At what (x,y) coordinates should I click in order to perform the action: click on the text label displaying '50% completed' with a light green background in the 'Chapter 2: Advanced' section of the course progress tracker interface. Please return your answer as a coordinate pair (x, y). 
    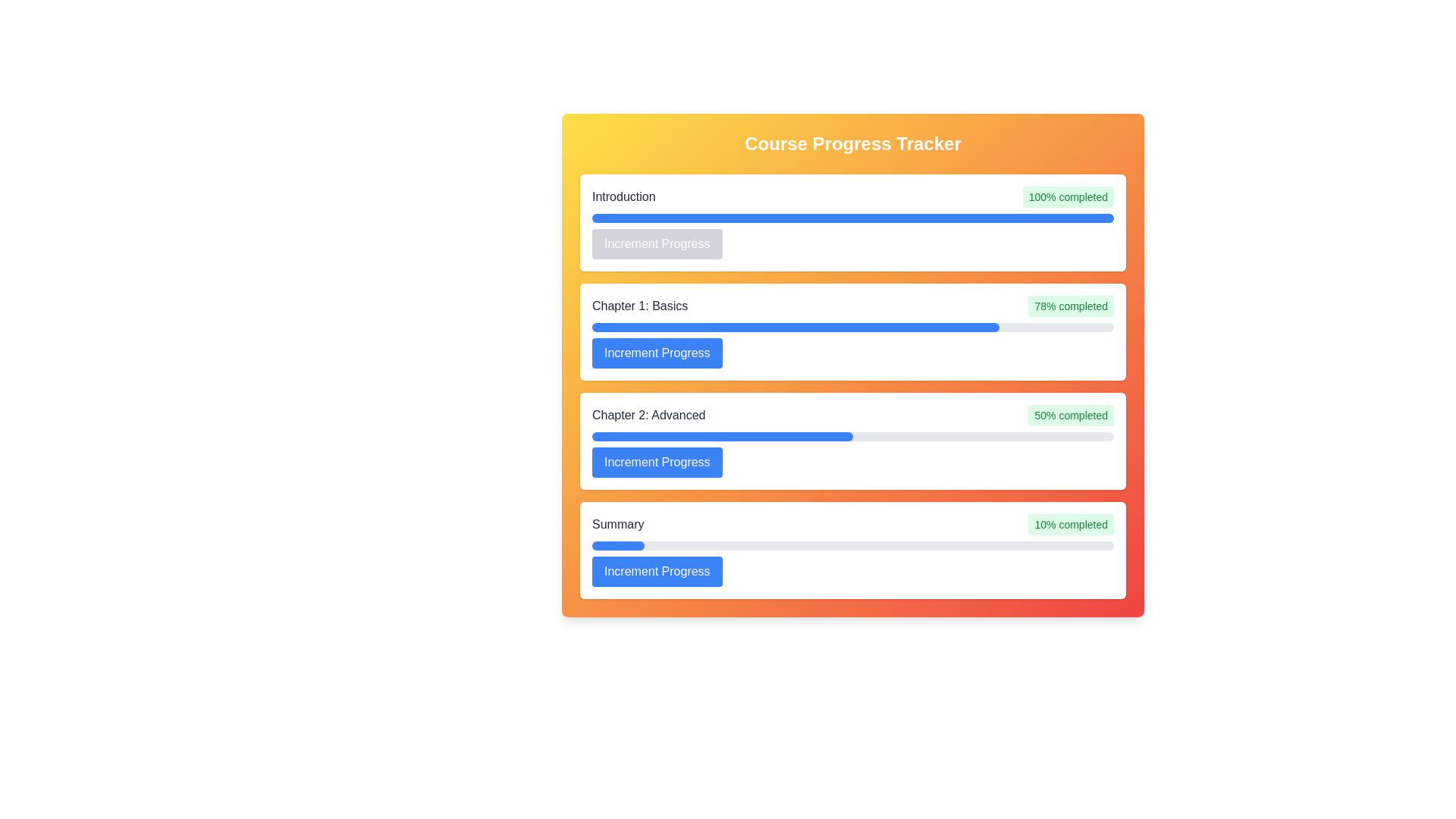
    Looking at the image, I should click on (1070, 415).